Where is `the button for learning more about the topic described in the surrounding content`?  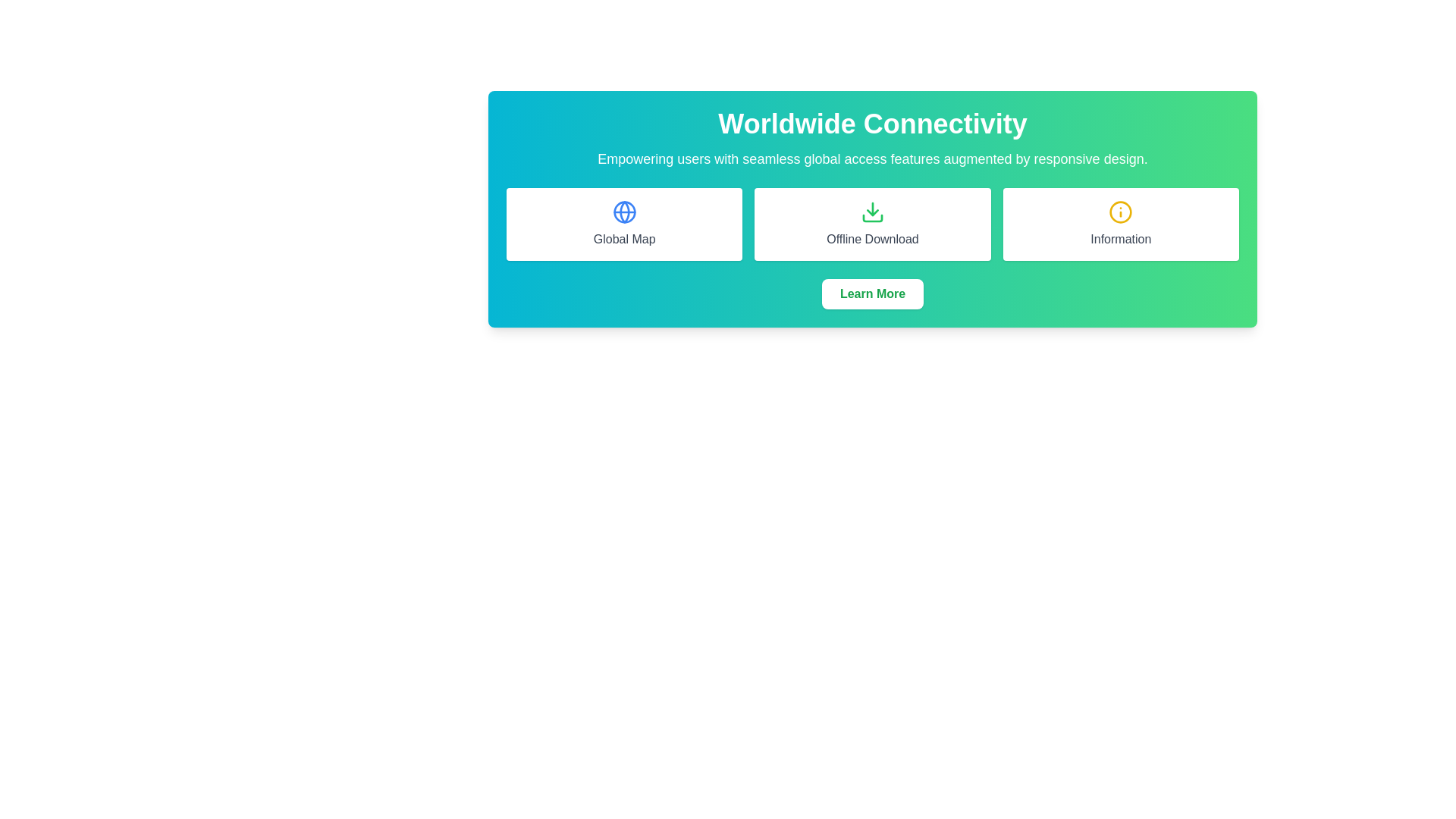 the button for learning more about the topic described in the surrounding content is located at coordinates (873, 294).